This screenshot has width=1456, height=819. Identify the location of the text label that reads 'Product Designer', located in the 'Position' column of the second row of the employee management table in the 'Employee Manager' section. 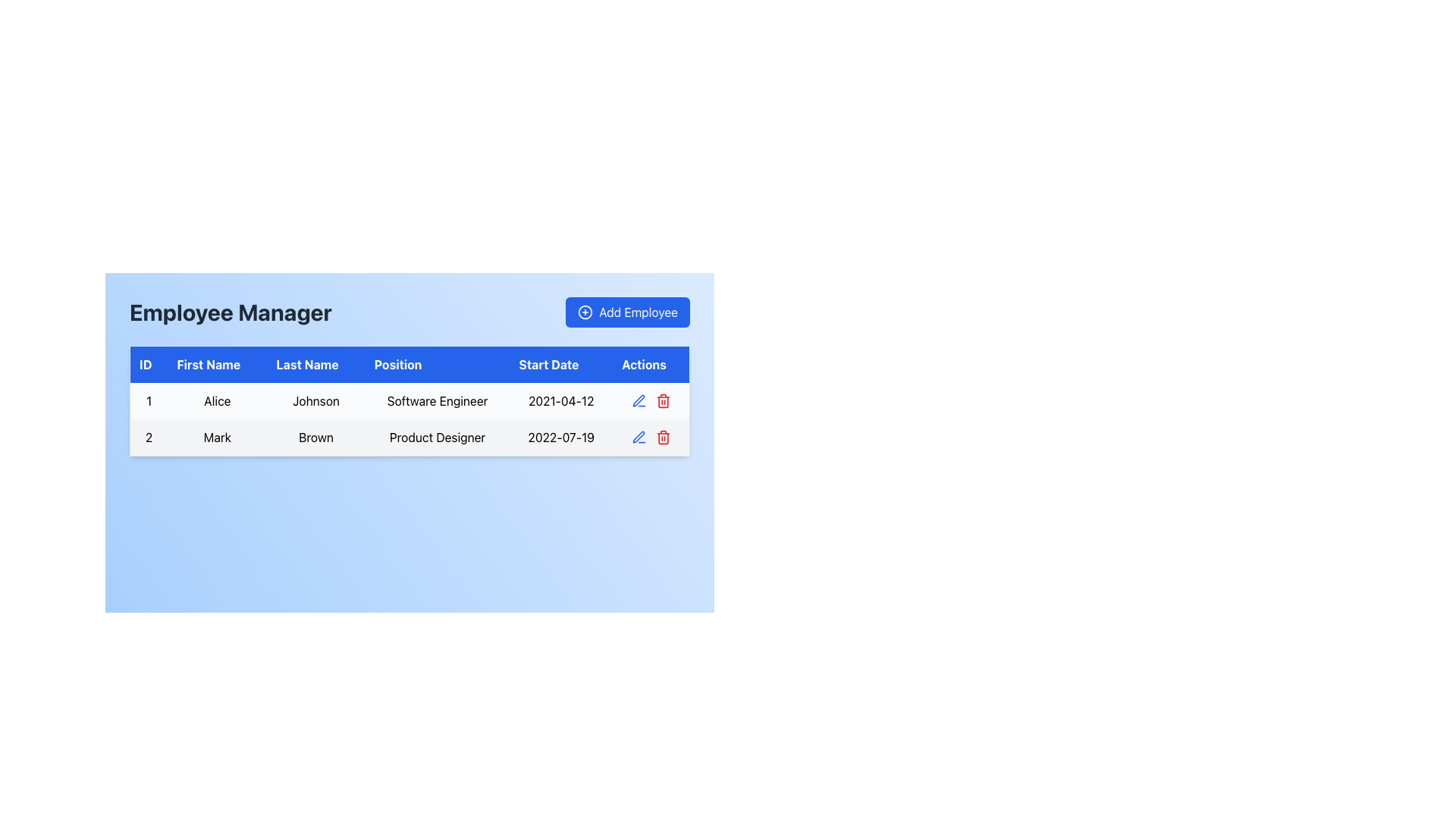
(437, 438).